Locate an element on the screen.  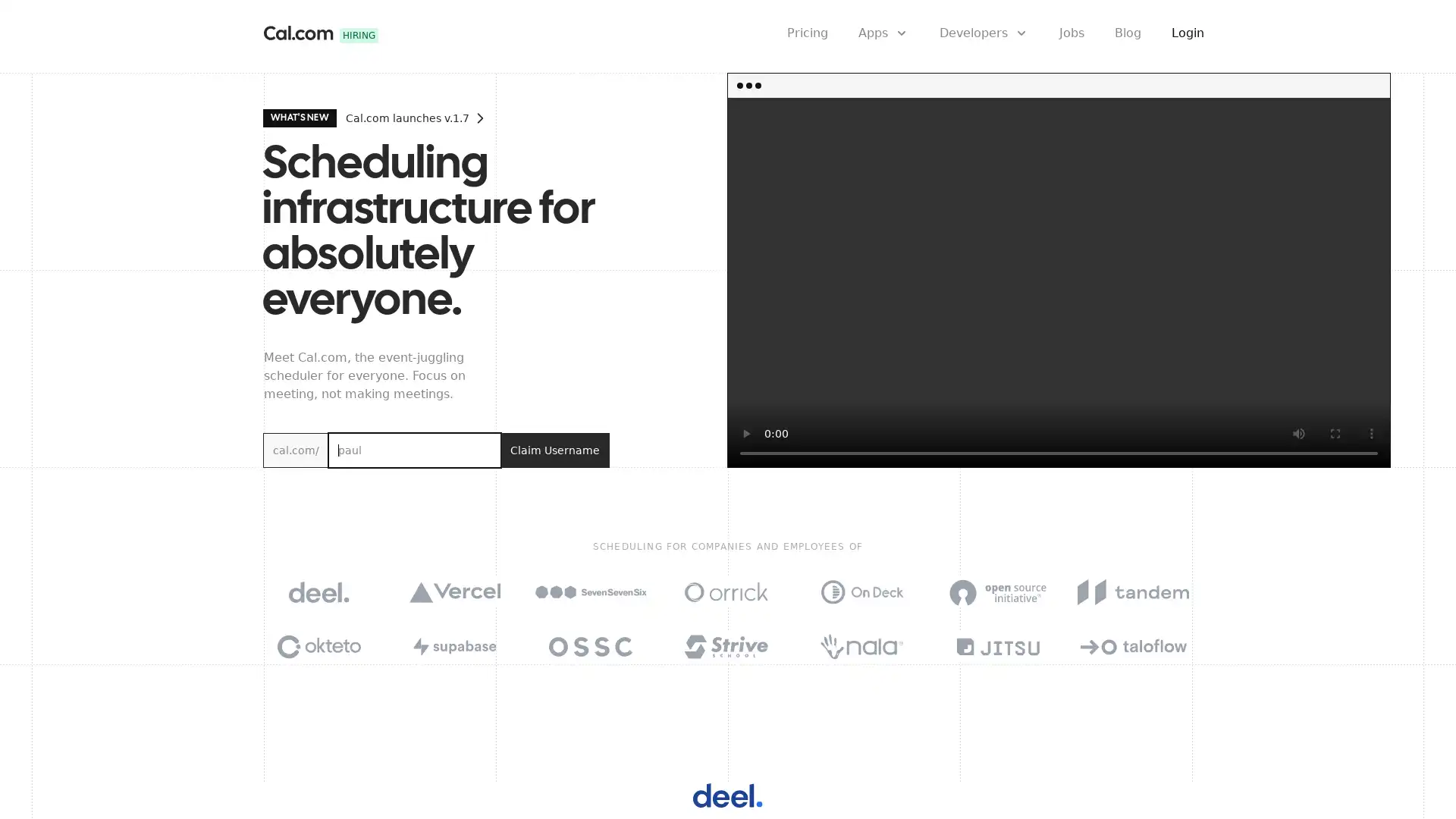
Claim Username is located at coordinates (554, 450).